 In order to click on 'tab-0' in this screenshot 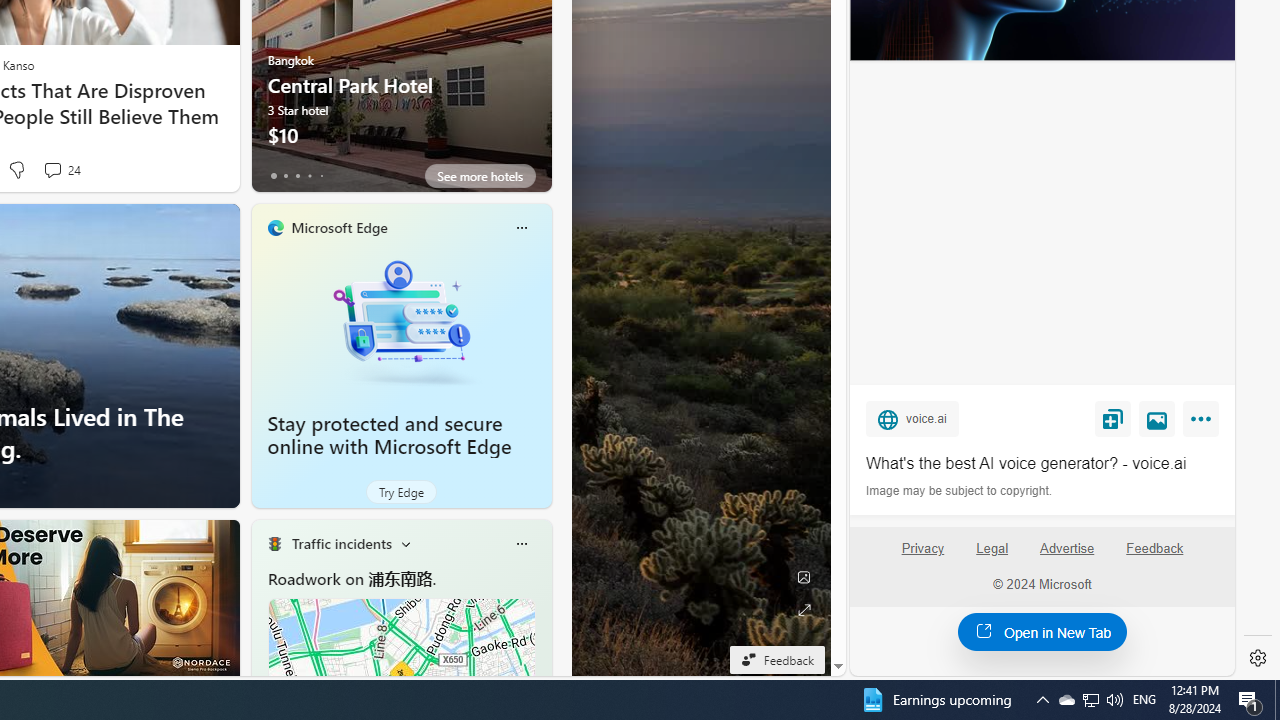, I will do `click(272, 175)`.